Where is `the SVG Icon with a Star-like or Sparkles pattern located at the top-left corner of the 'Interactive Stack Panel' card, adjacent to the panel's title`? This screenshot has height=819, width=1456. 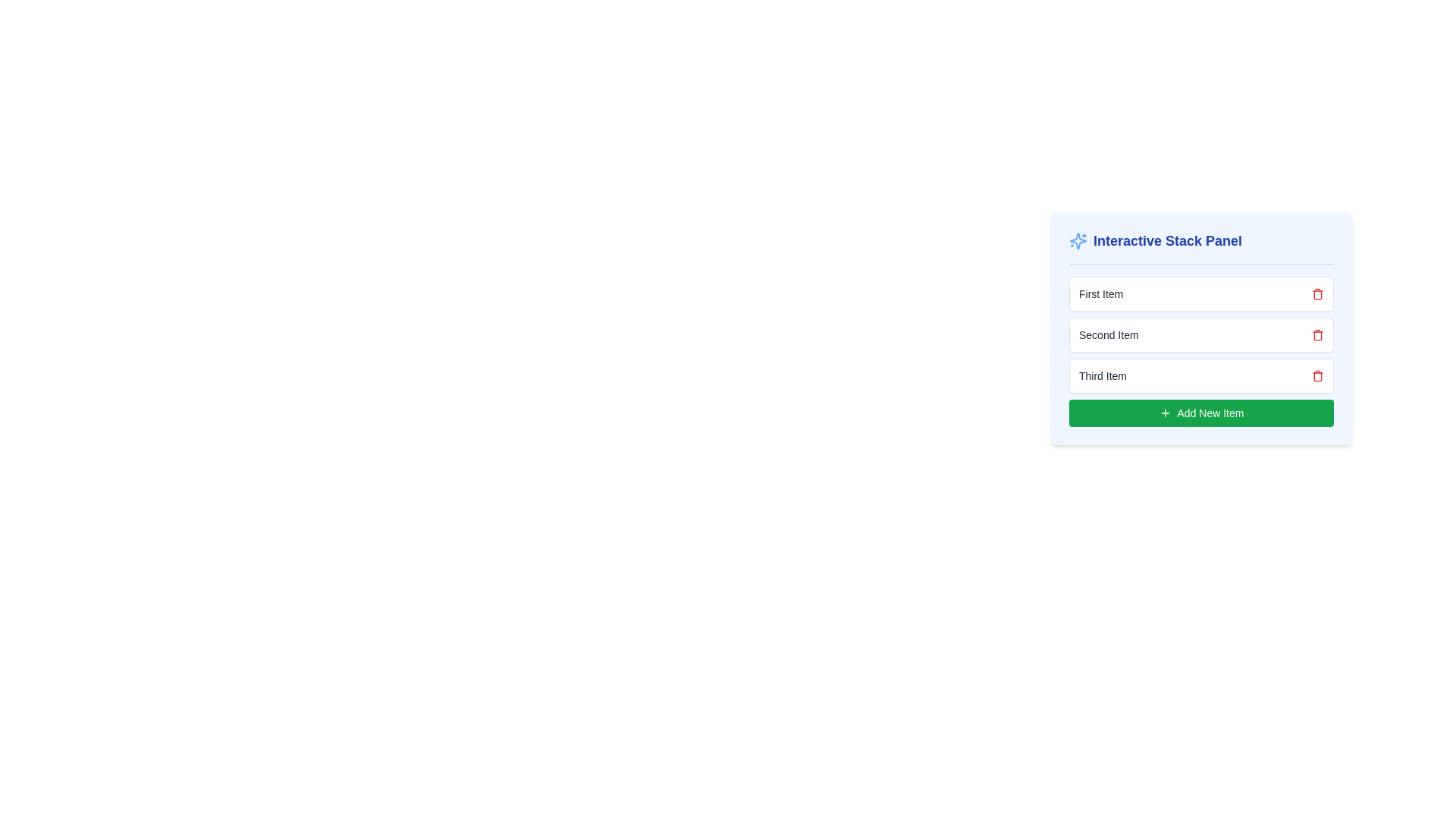 the SVG Icon with a Star-like or Sparkles pattern located at the top-left corner of the 'Interactive Stack Panel' card, adjacent to the panel's title is located at coordinates (1077, 240).